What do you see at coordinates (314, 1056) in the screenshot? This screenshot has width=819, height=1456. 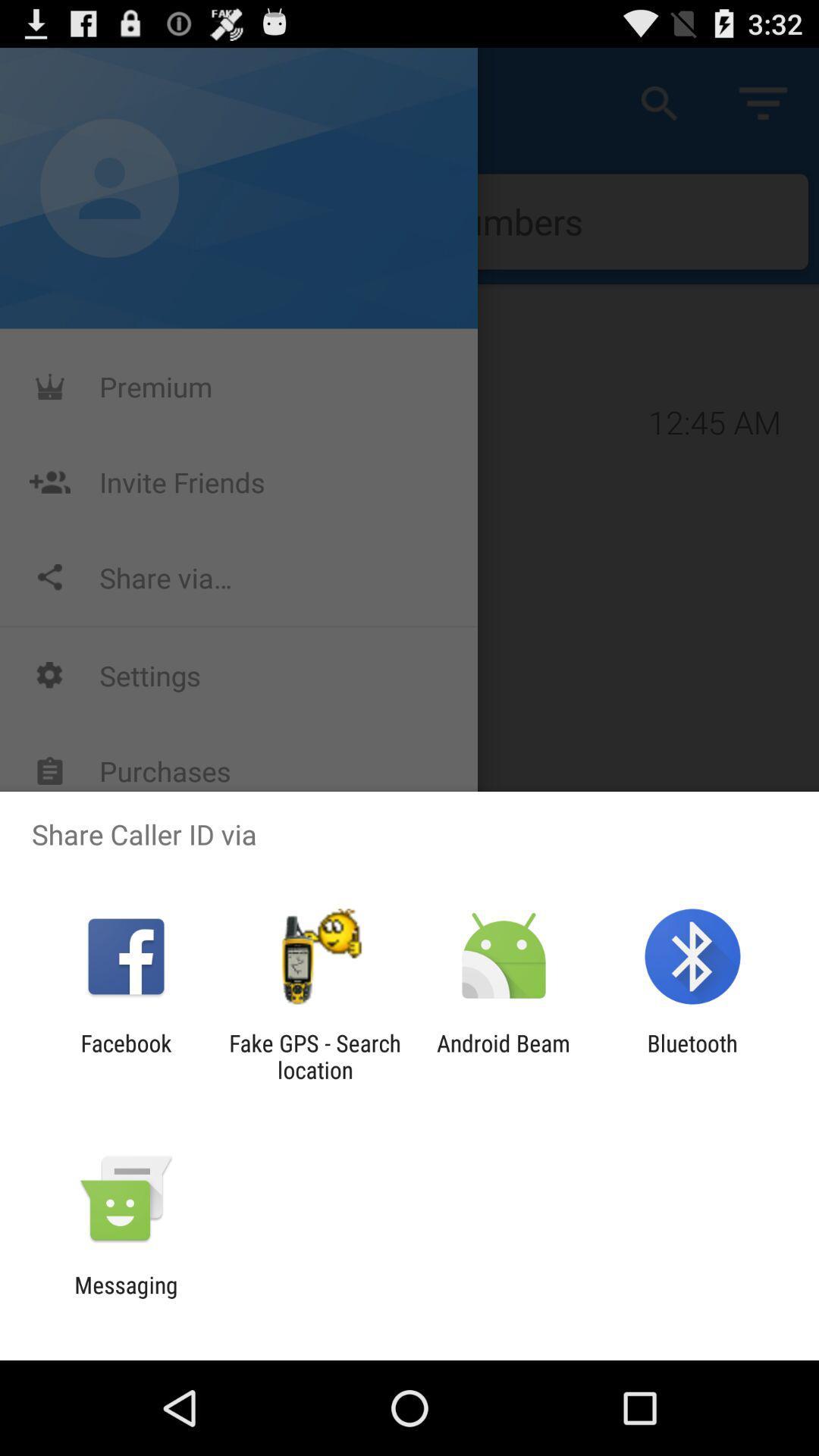 I see `the icon to the right of facebook item` at bounding box center [314, 1056].